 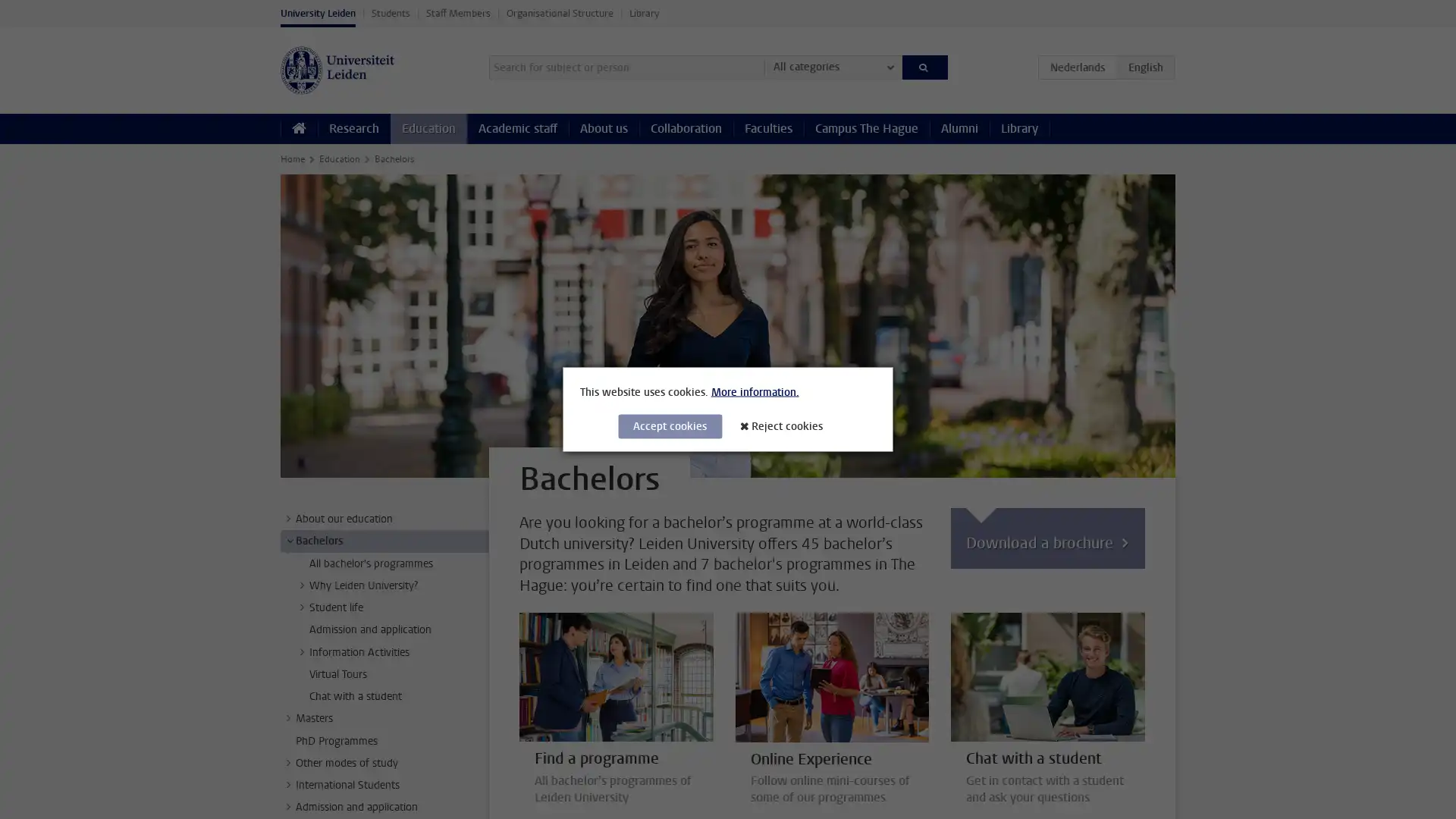 What do you see at coordinates (288, 762) in the screenshot?
I see `>` at bounding box center [288, 762].